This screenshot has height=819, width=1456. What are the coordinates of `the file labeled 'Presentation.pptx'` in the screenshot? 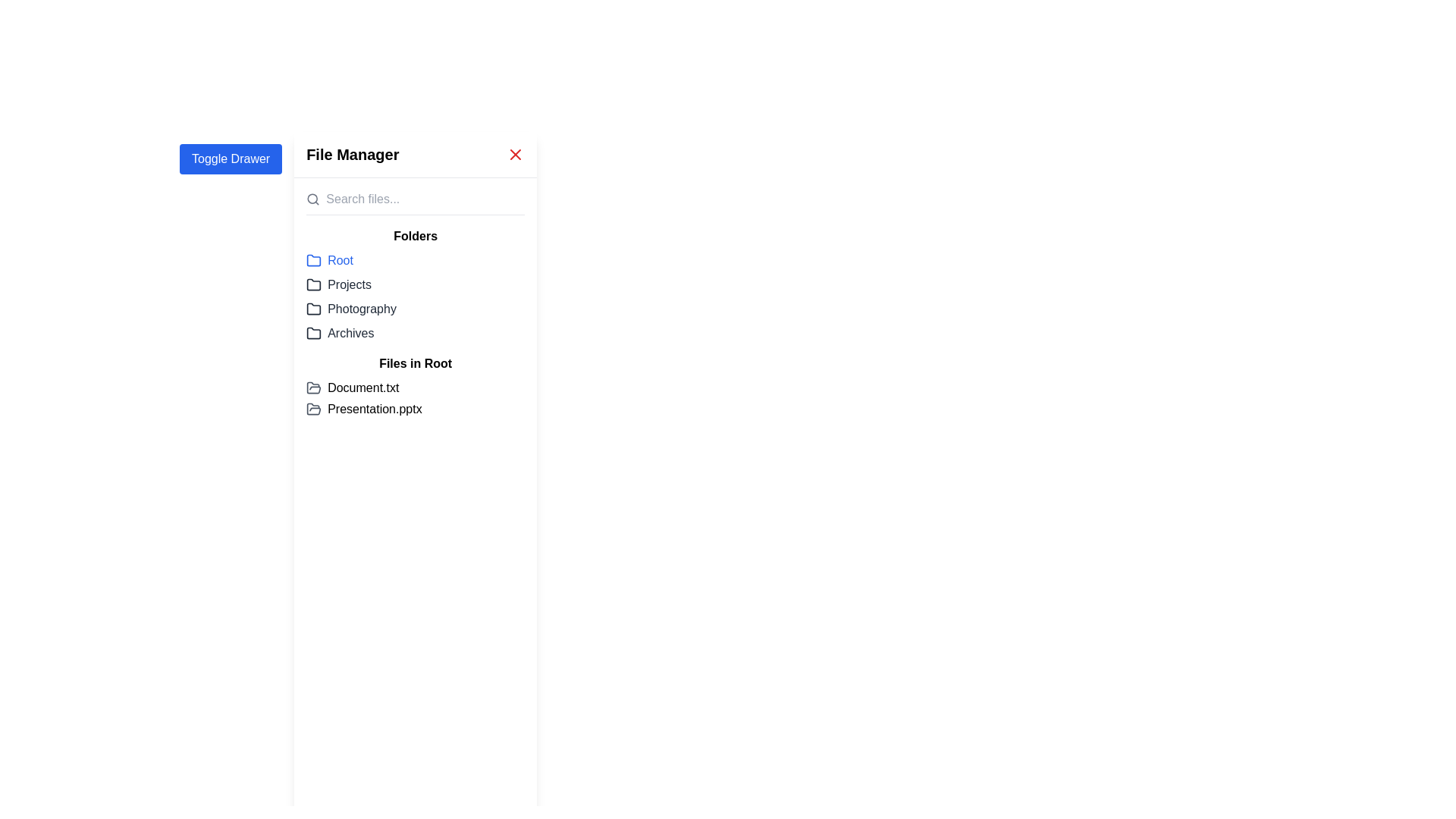 It's located at (416, 409).